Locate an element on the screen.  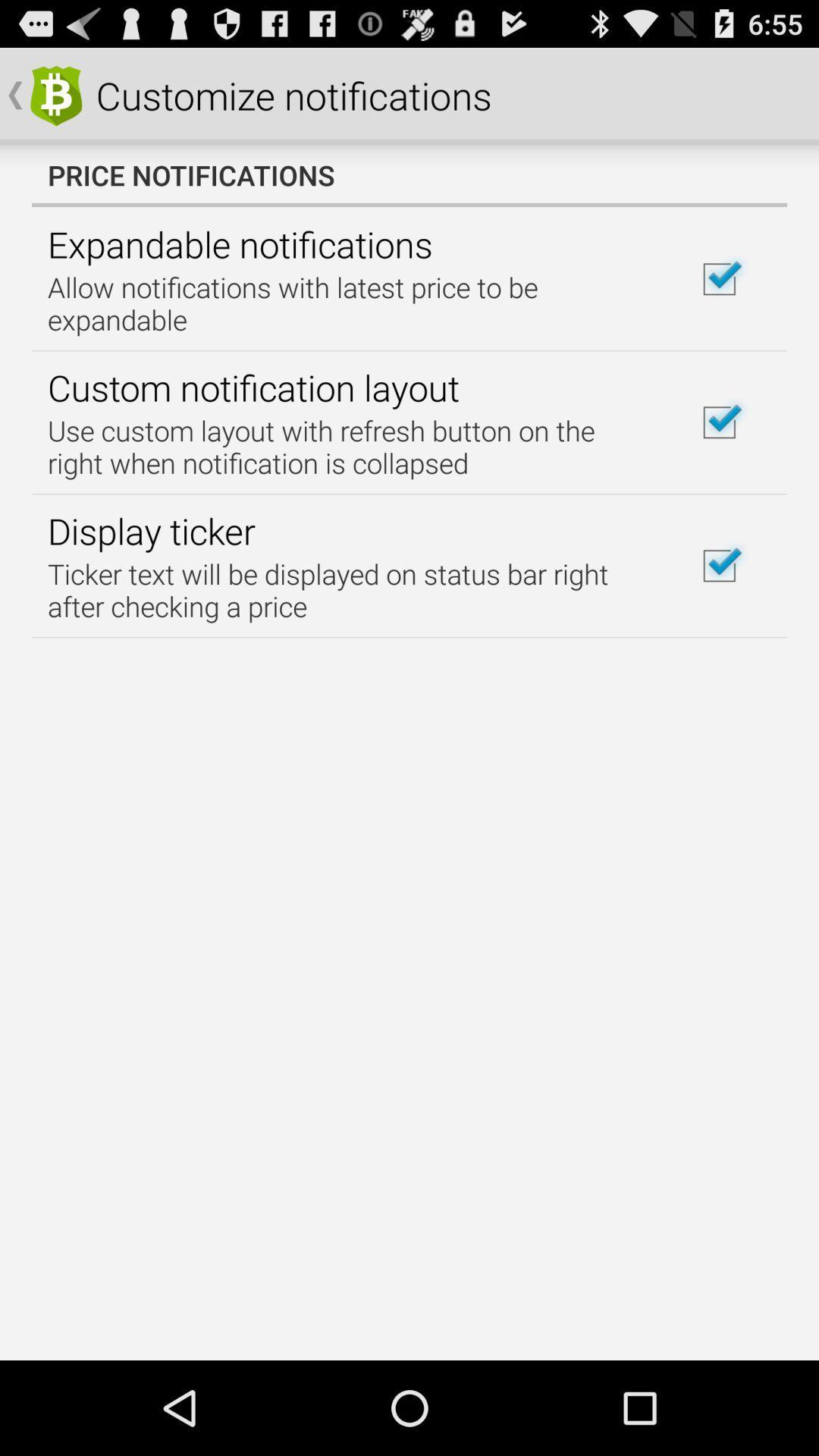
the icon below the display ticker item is located at coordinates (351, 589).